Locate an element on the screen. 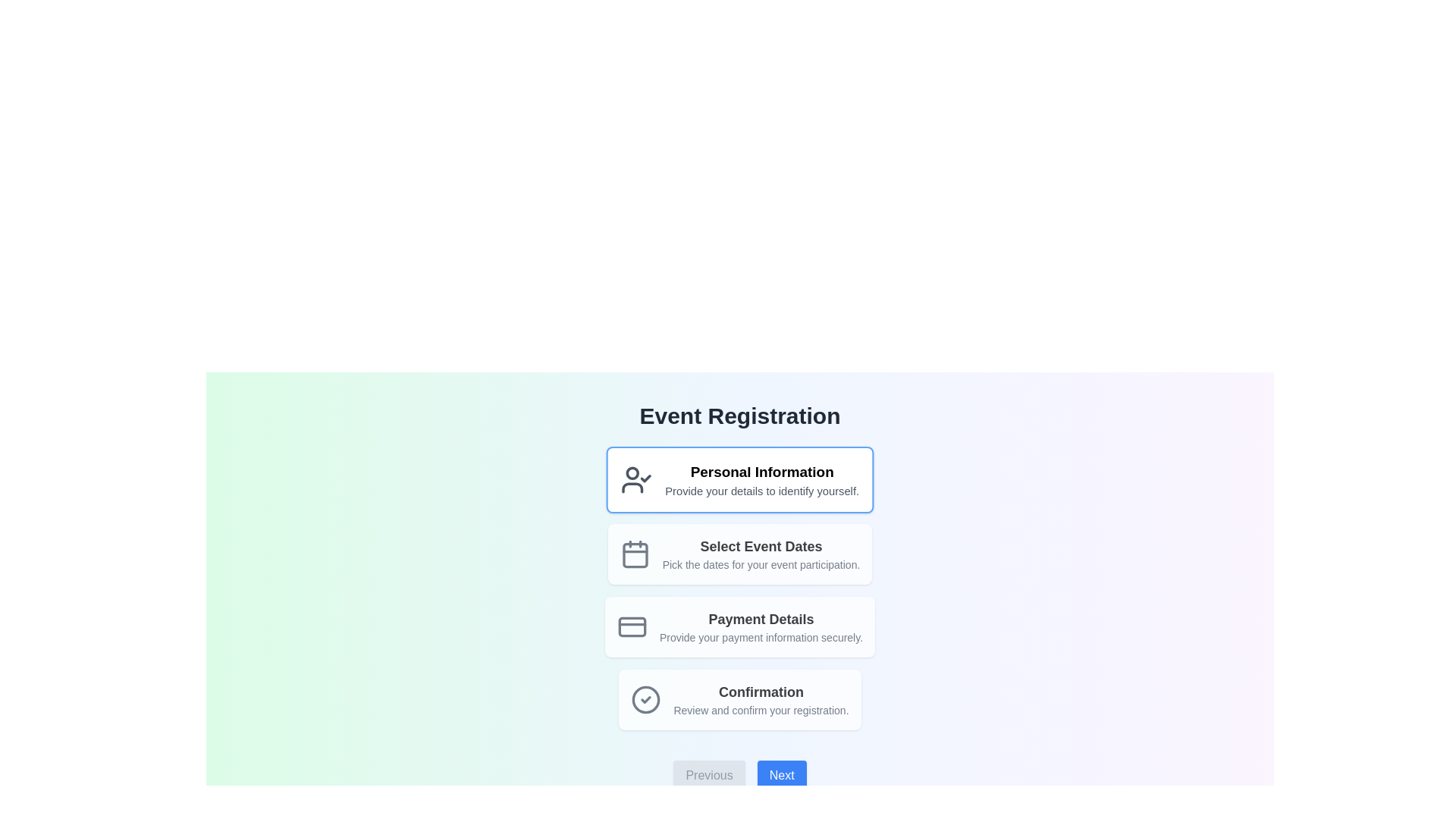 The width and height of the screenshot is (1456, 819). the 'Payment Details' heading text label, which indicates the section for entering payment details in the registration flow is located at coordinates (761, 620).